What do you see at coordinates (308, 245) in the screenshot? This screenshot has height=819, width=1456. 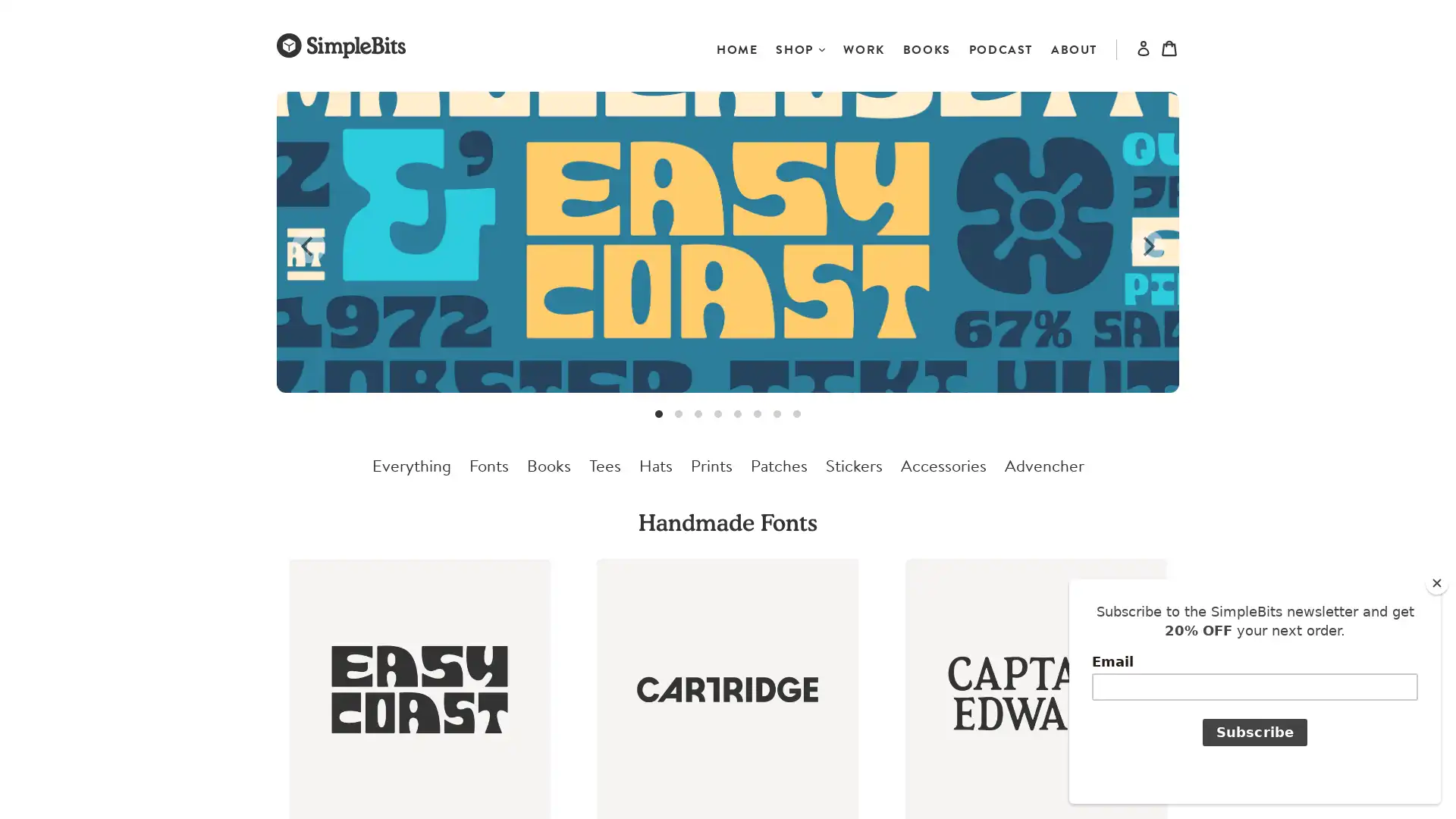 I see `Previous` at bounding box center [308, 245].